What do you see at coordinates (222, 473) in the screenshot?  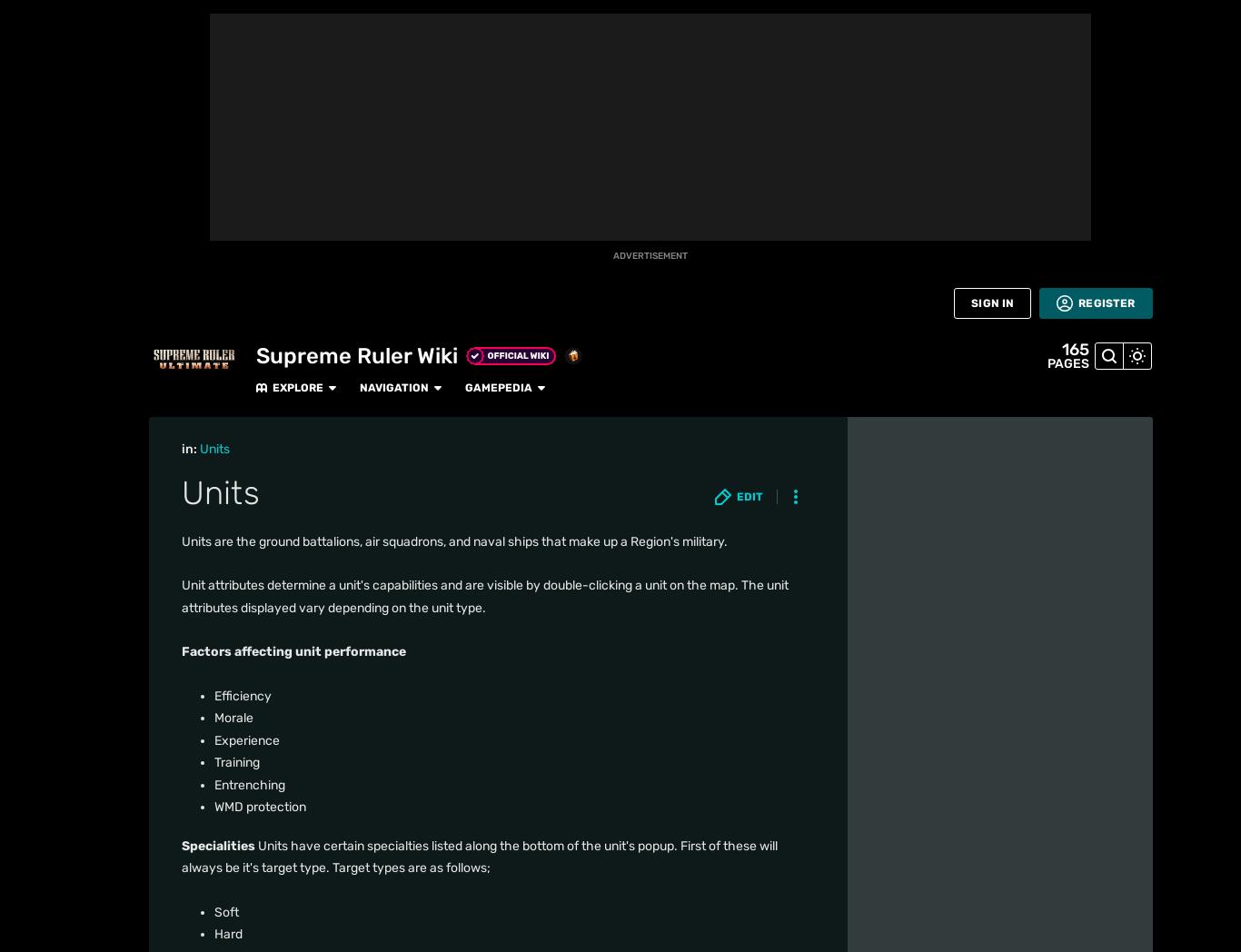 I see `'Experience'` at bounding box center [222, 473].